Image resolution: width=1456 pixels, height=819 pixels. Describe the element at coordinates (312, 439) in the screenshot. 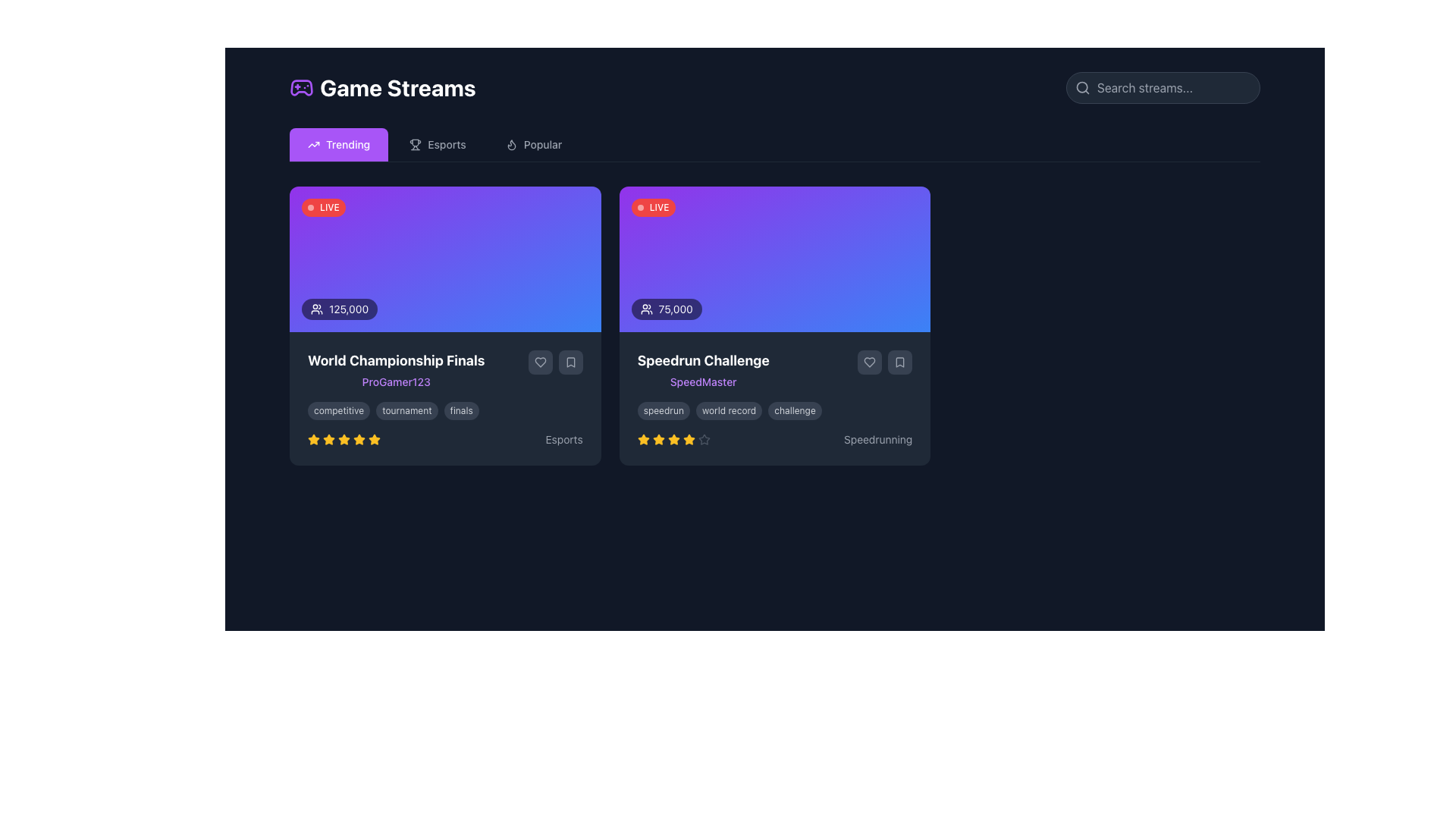

I see `the yellow star icon used for ratings located at the bottom-left corner of the 'World Championship Finals' content card` at that location.